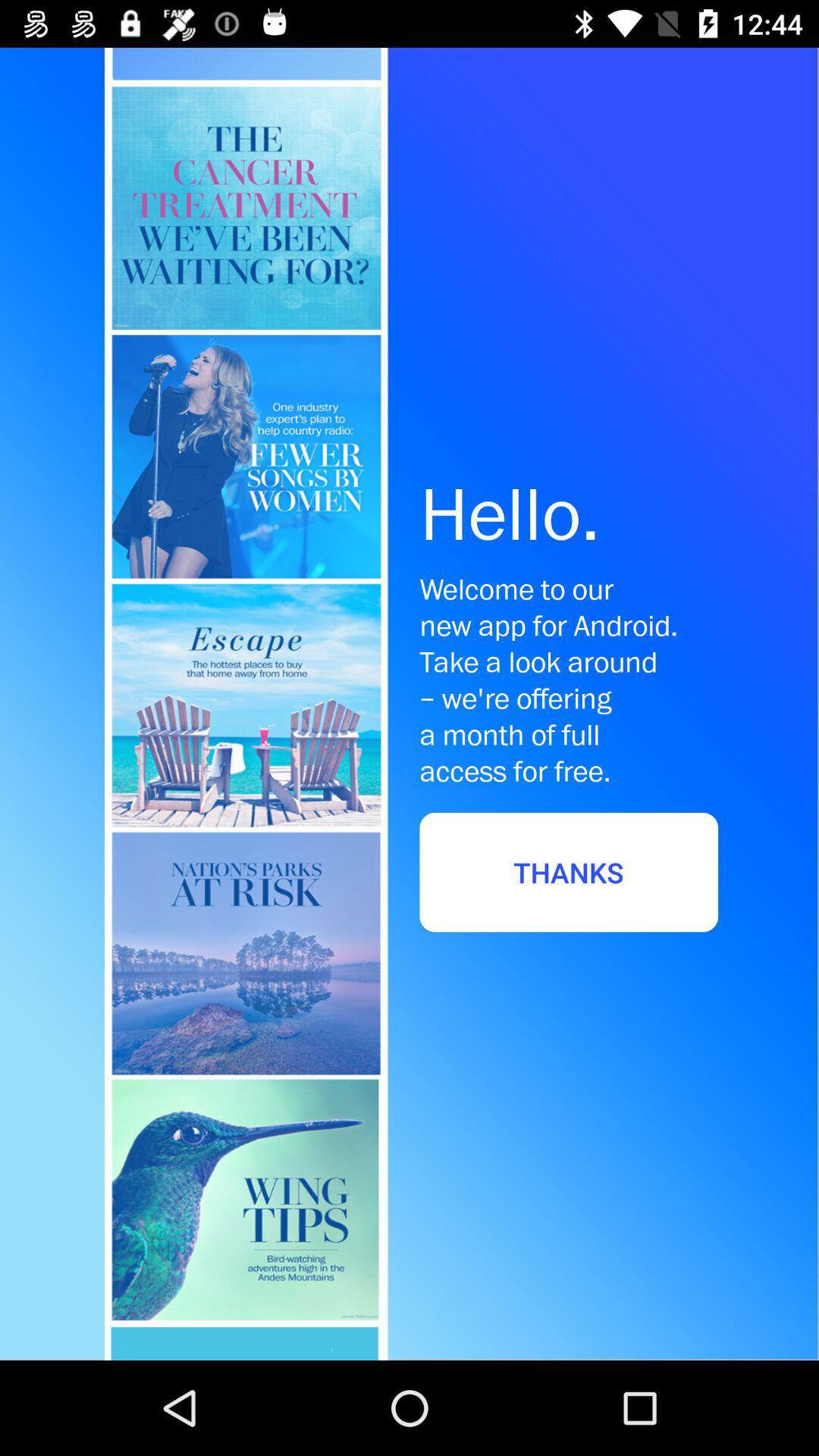 The width and height of the screenshot is (819, 1456). I want to click on icon below the welcome to our app, so click(569, 872).